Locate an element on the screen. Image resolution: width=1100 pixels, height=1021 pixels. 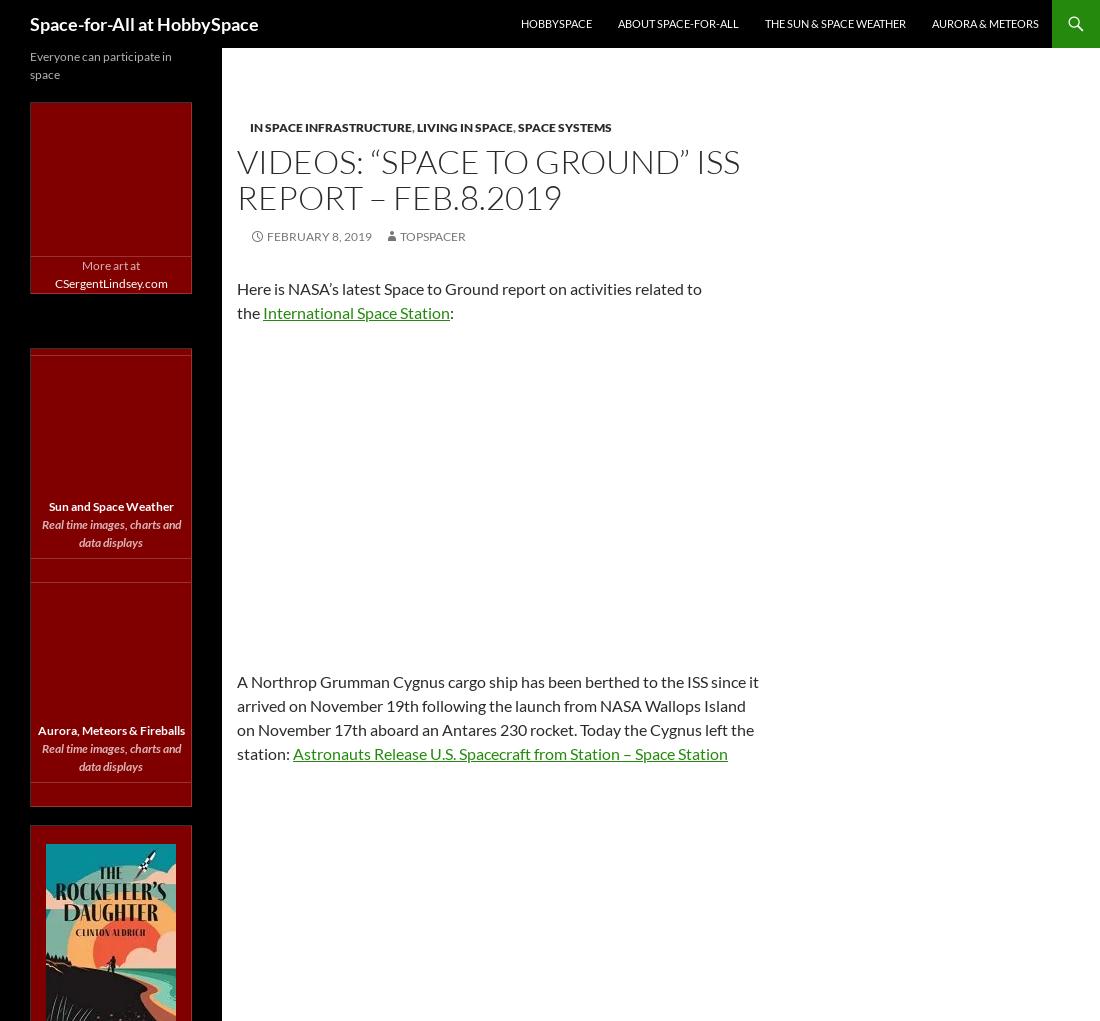
'Space Systems' is located at coordinates (563, 127).